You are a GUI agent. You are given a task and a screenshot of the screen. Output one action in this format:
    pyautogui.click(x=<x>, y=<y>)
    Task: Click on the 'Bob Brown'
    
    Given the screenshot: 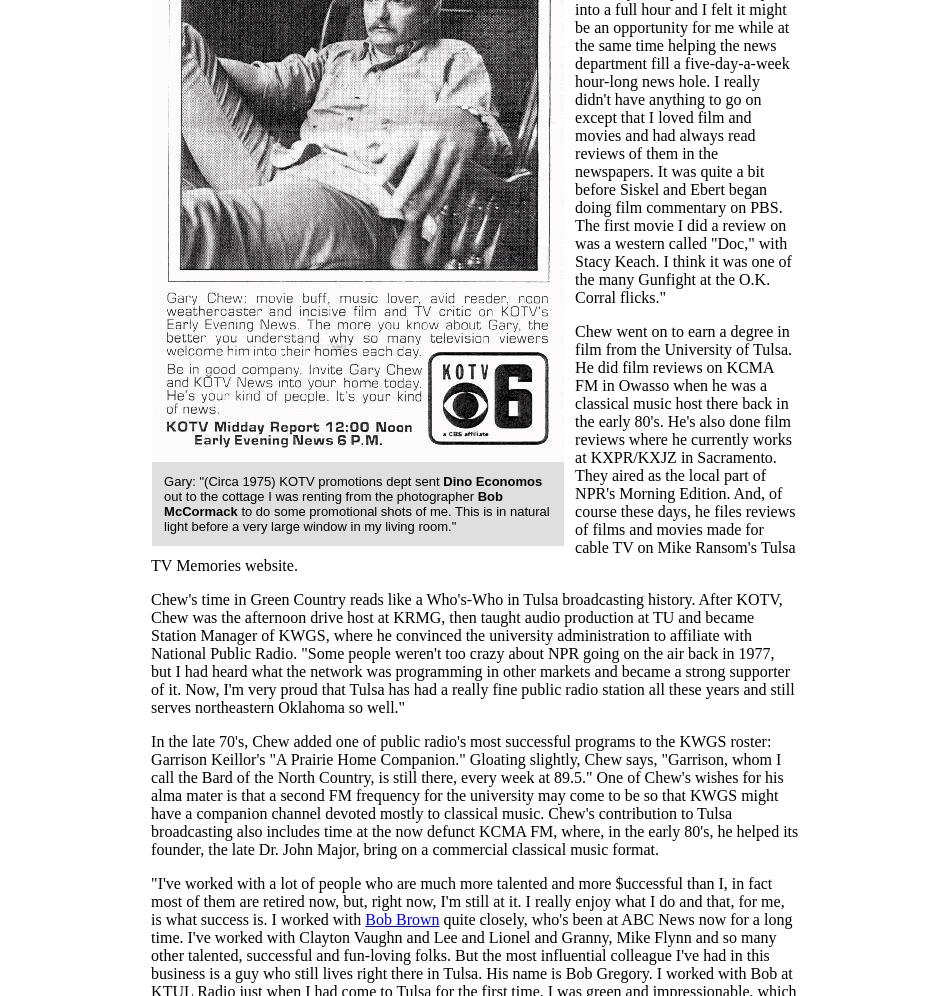 What is the action you would take?
    pyautogui.click(x=401, y=919)
    